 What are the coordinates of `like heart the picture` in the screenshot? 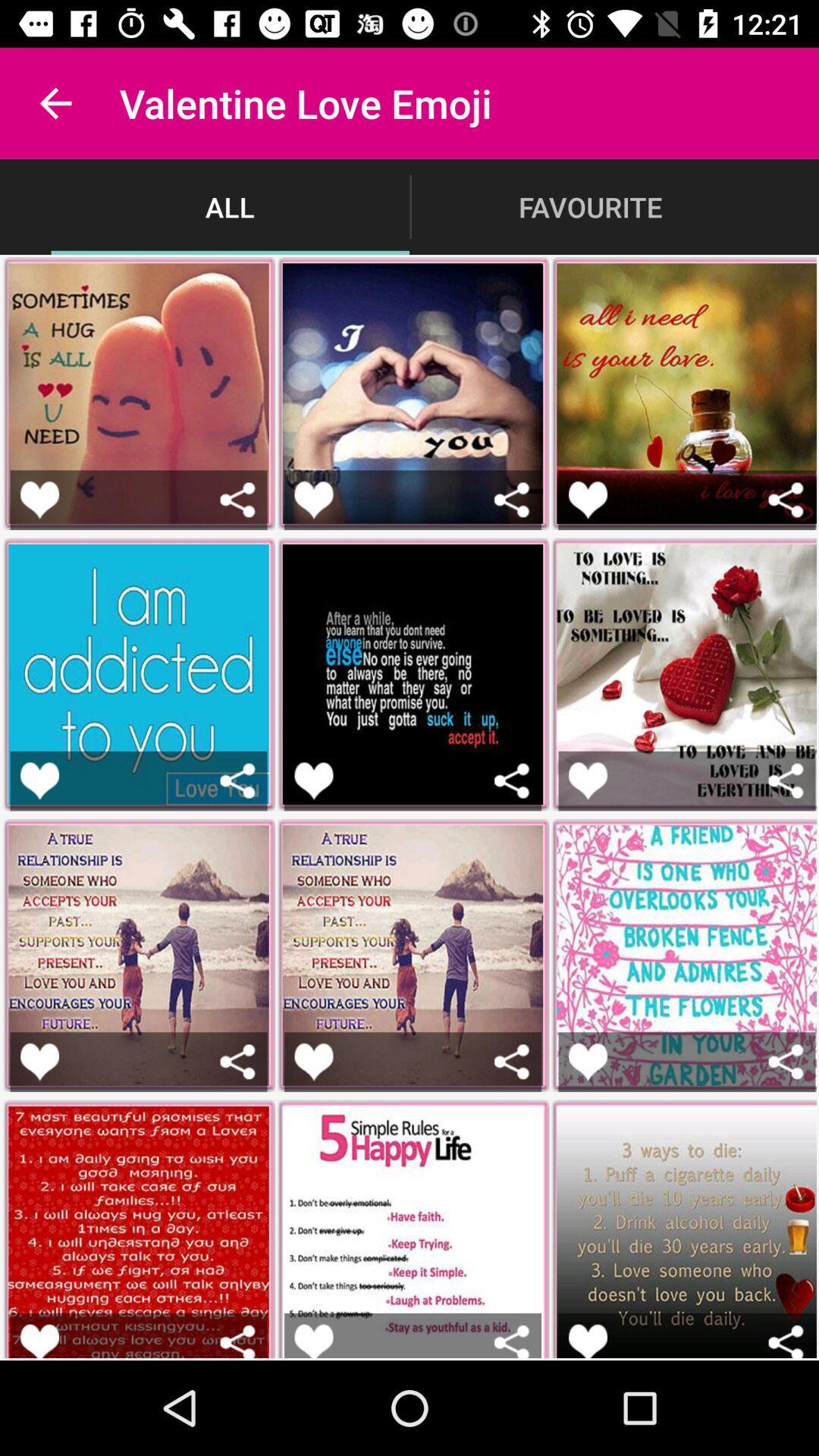 It's located at (312, 500).